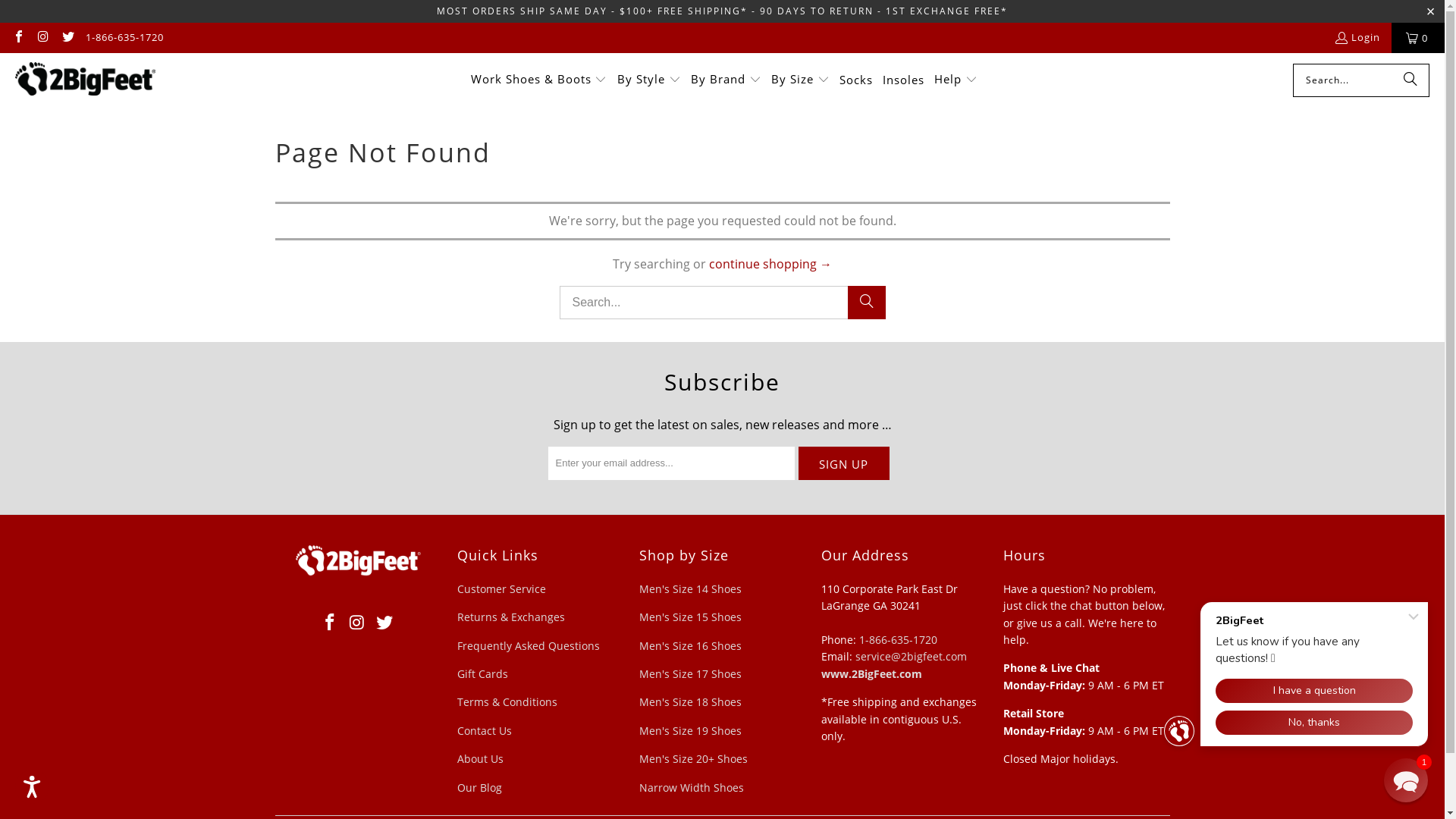 Image resolution: width=1456 pixels, height=819 pixels. What do you see at coordinates (871, 673) in the screenshot?
I see `'www.2BigFeet.com'` at bounding box center [871, 673].